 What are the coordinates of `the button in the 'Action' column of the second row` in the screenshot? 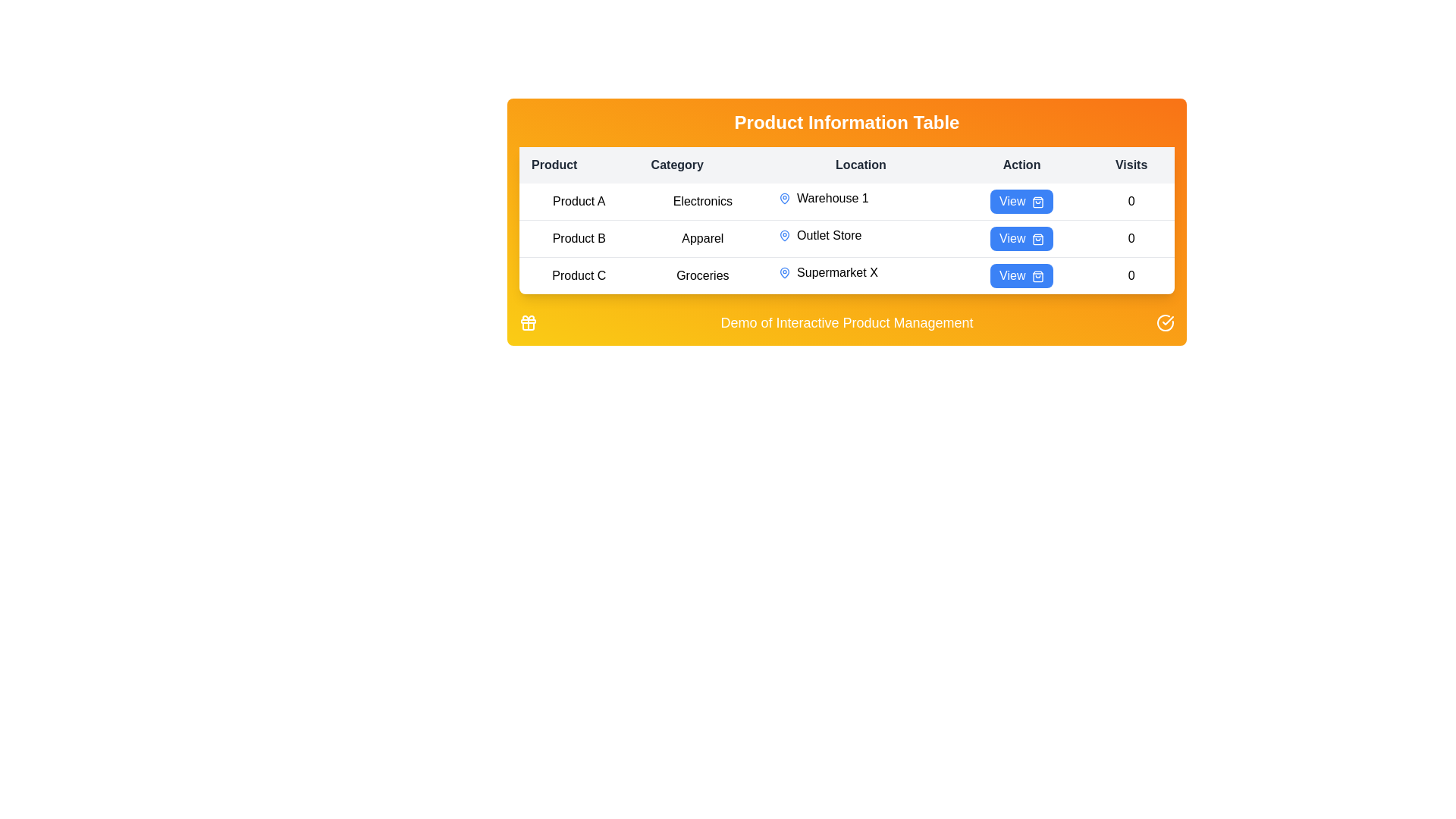 It's located at (1021, 239).